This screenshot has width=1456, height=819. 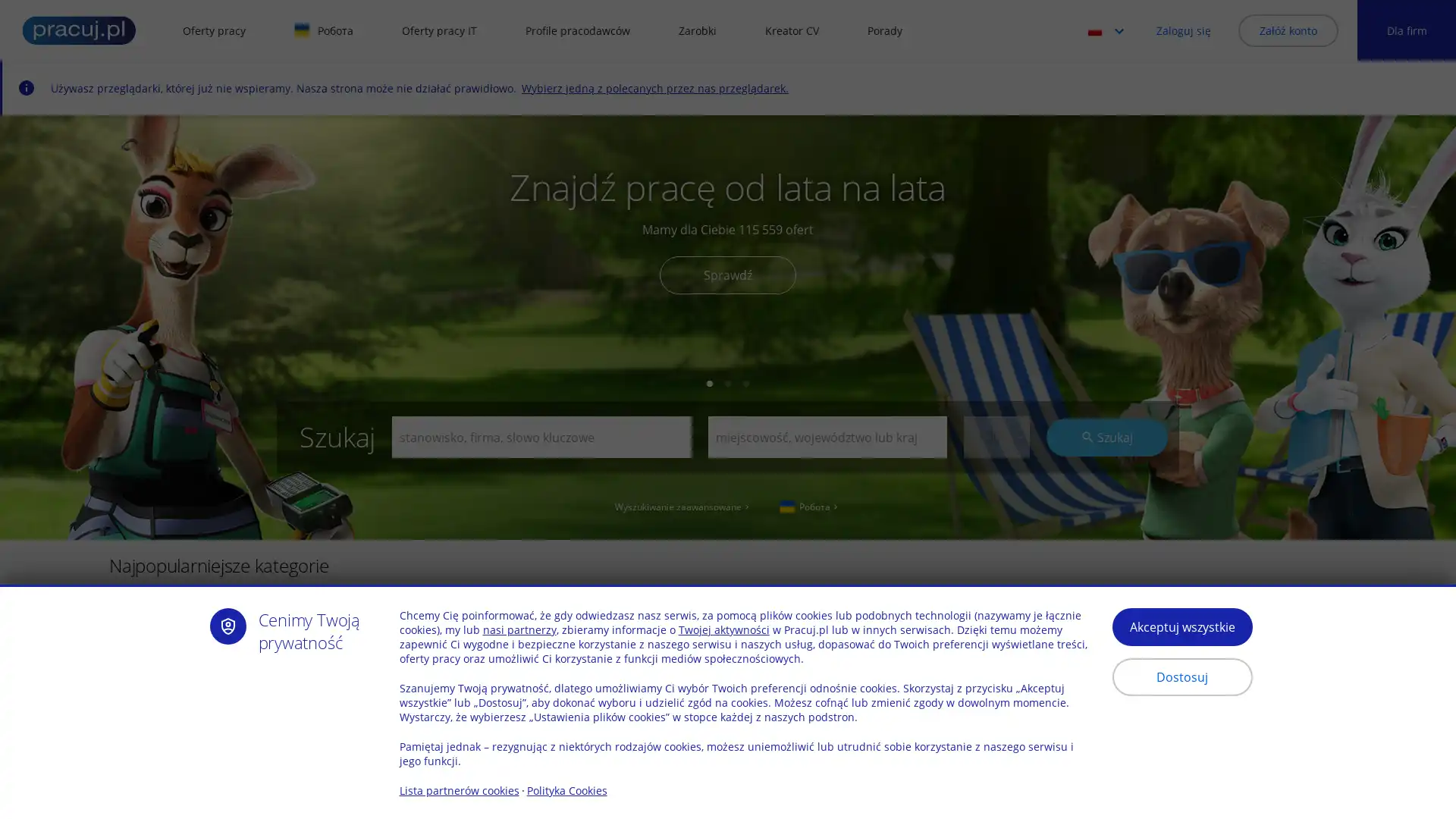 I want to click on + 45 km, so click(x=996, y=673).